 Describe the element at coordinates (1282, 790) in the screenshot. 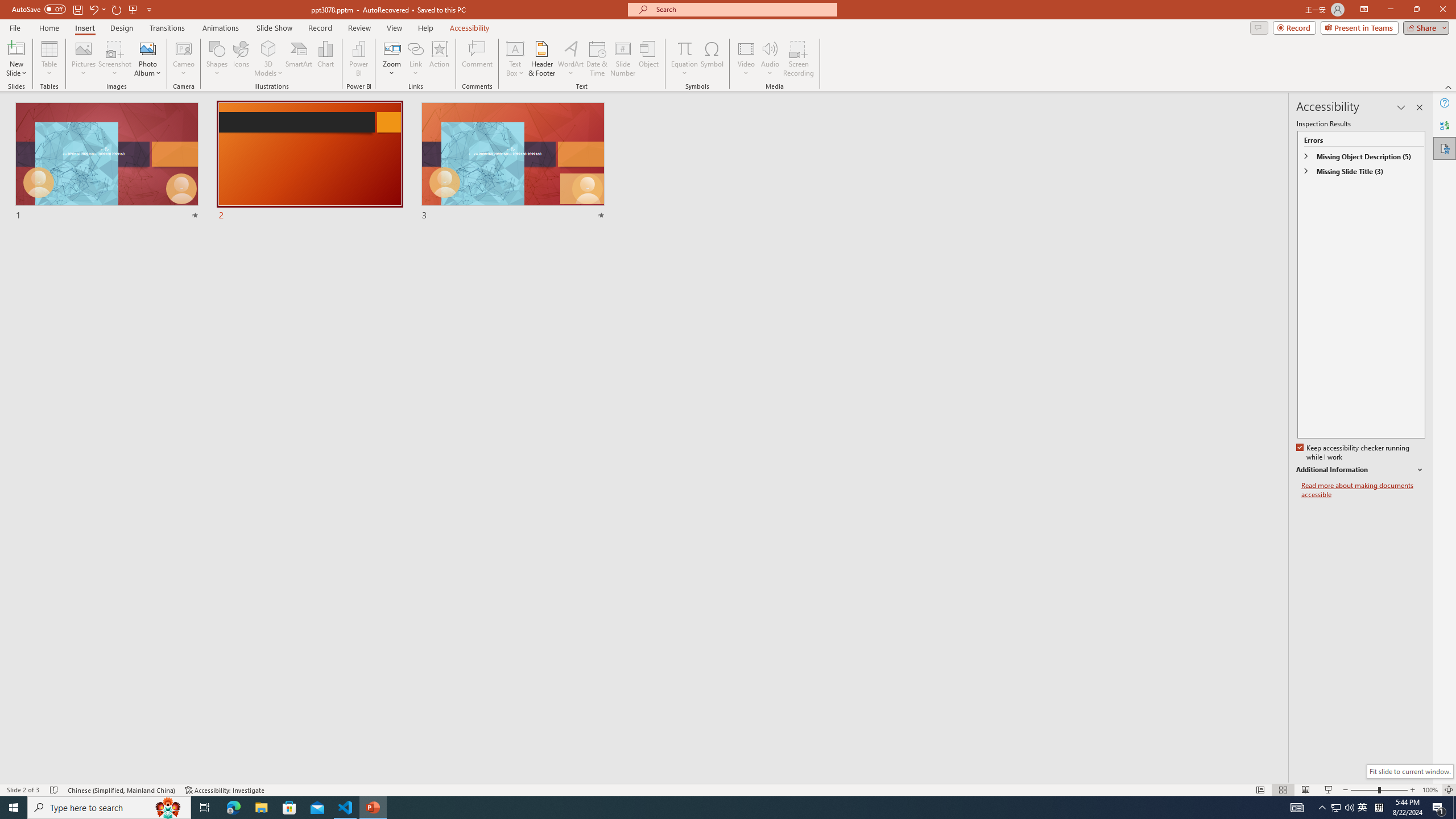

I see `'Slide Sorter'` at that location.